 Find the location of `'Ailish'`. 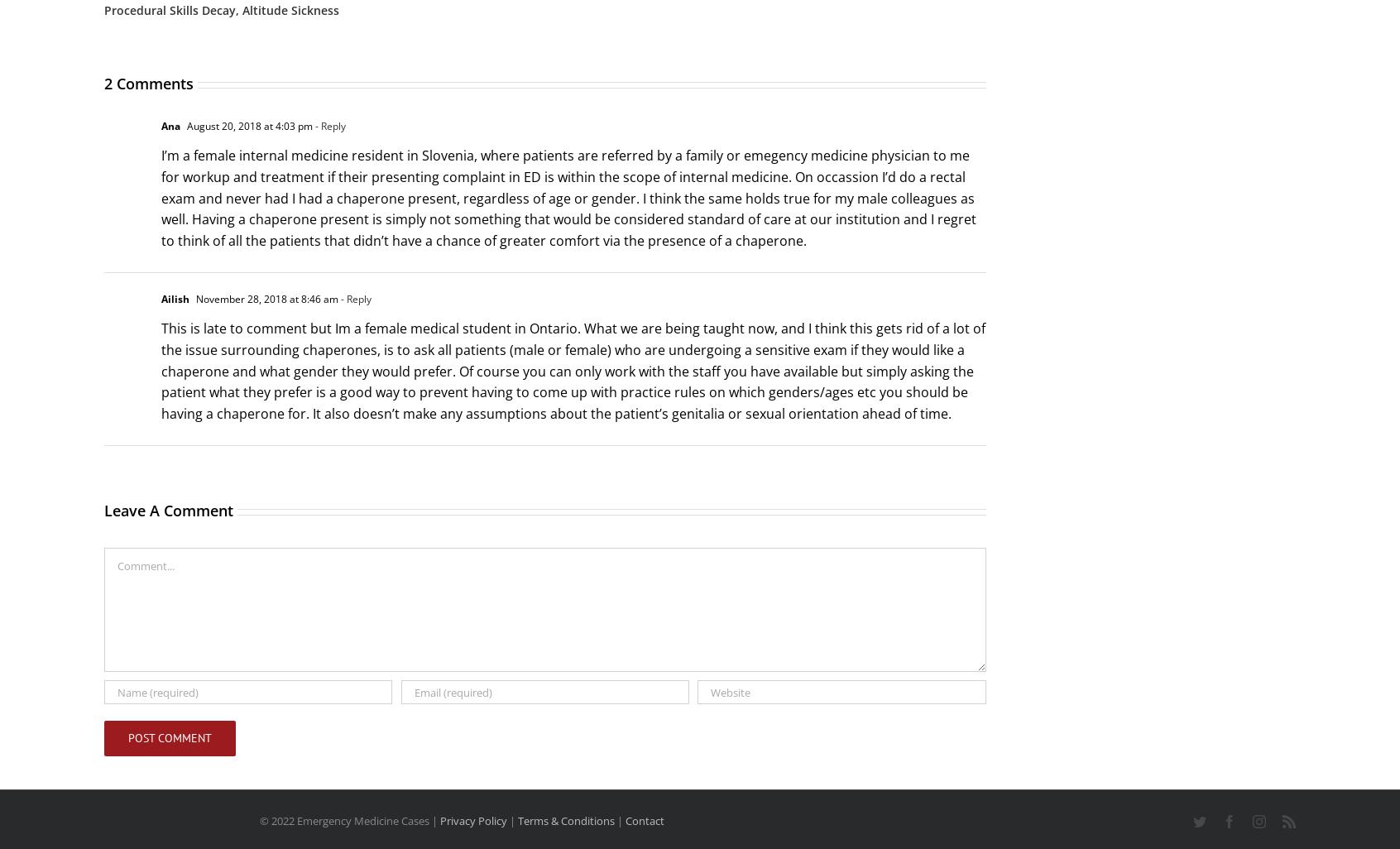

'Ailish' is located at coordinates (160, 299).